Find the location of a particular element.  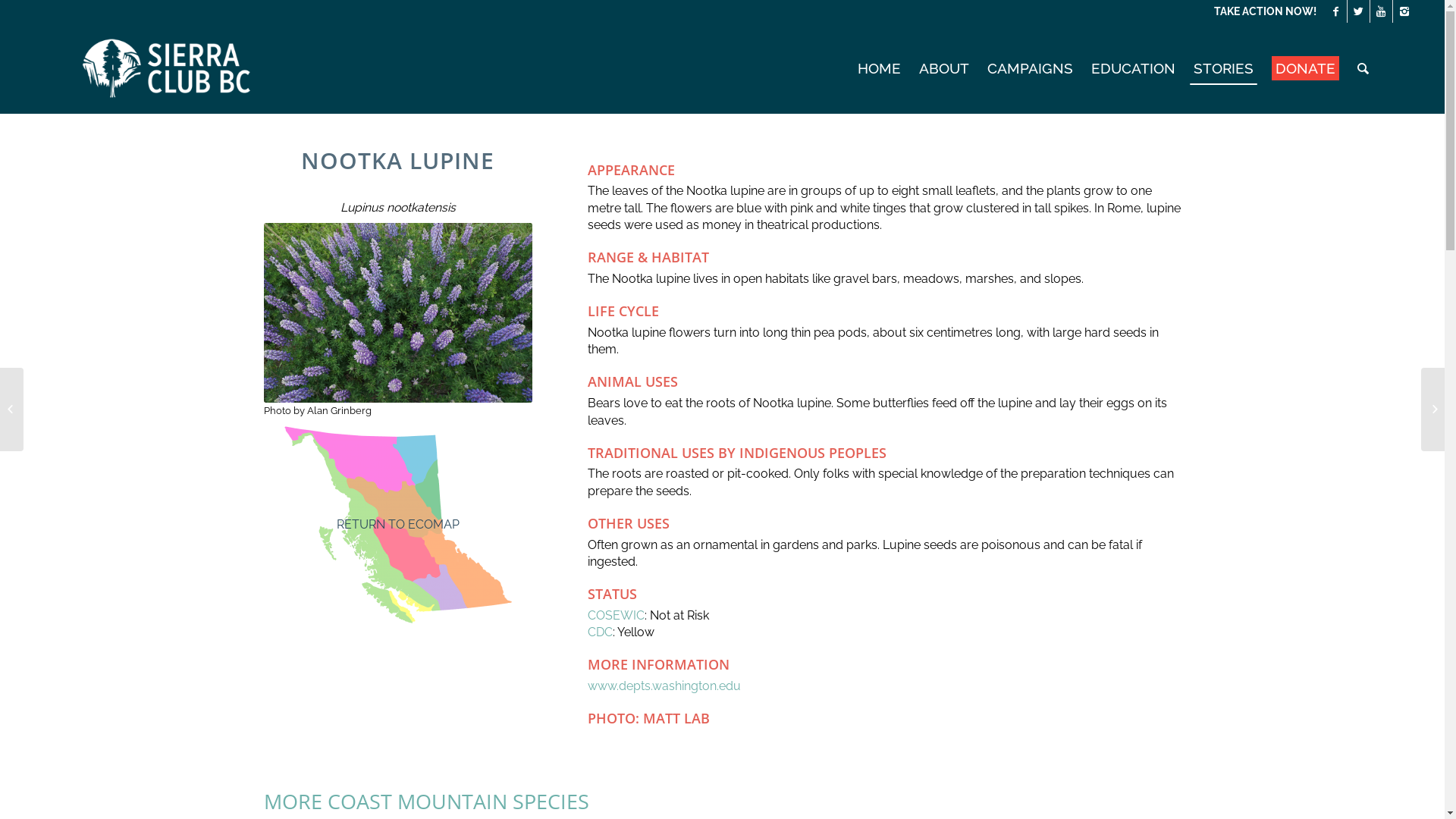

'CAMPAIGNS' is located at coordinates (1030, 67).